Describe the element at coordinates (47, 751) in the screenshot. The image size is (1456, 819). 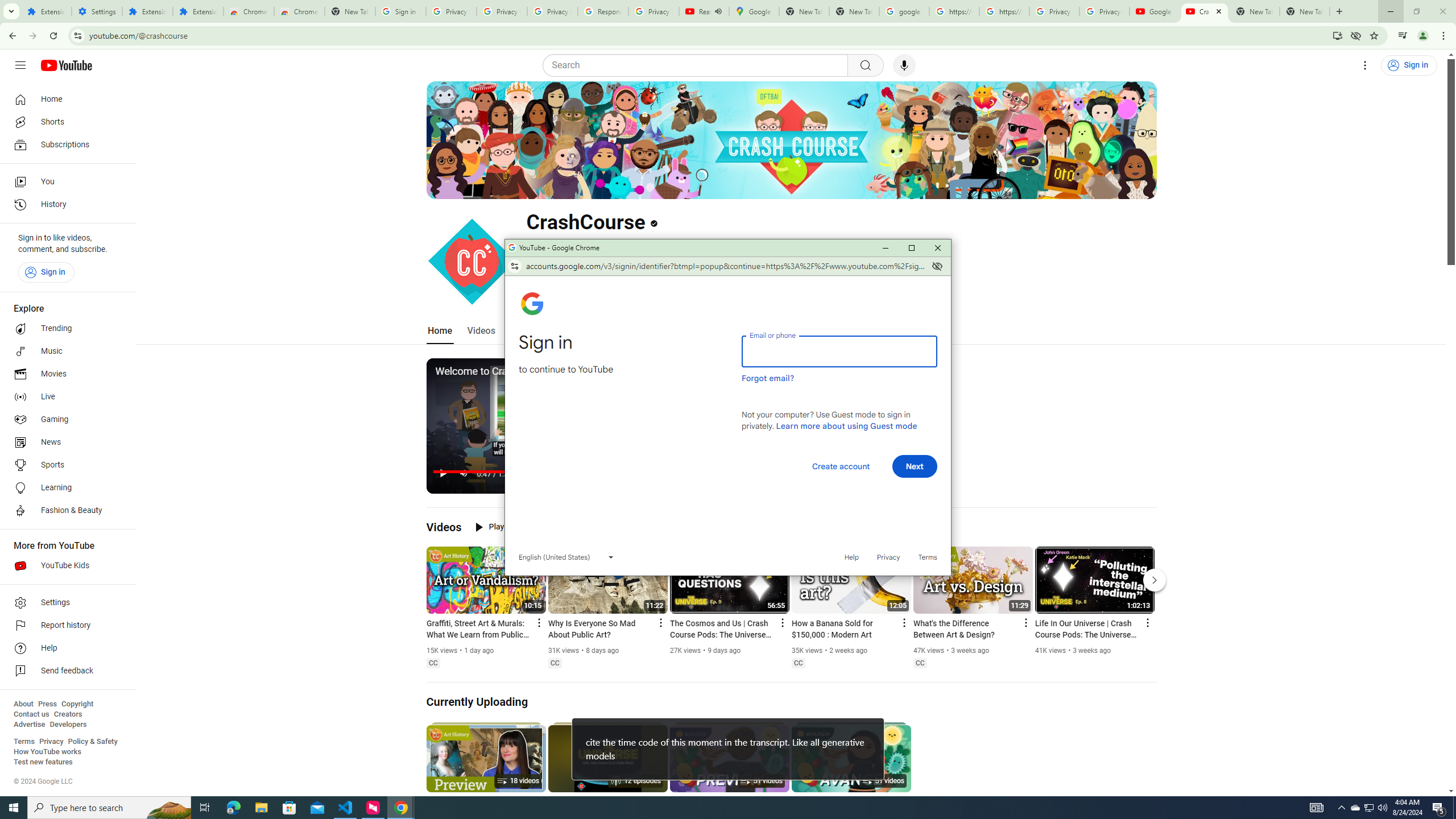
I see `'How YouTube works'` at that location.